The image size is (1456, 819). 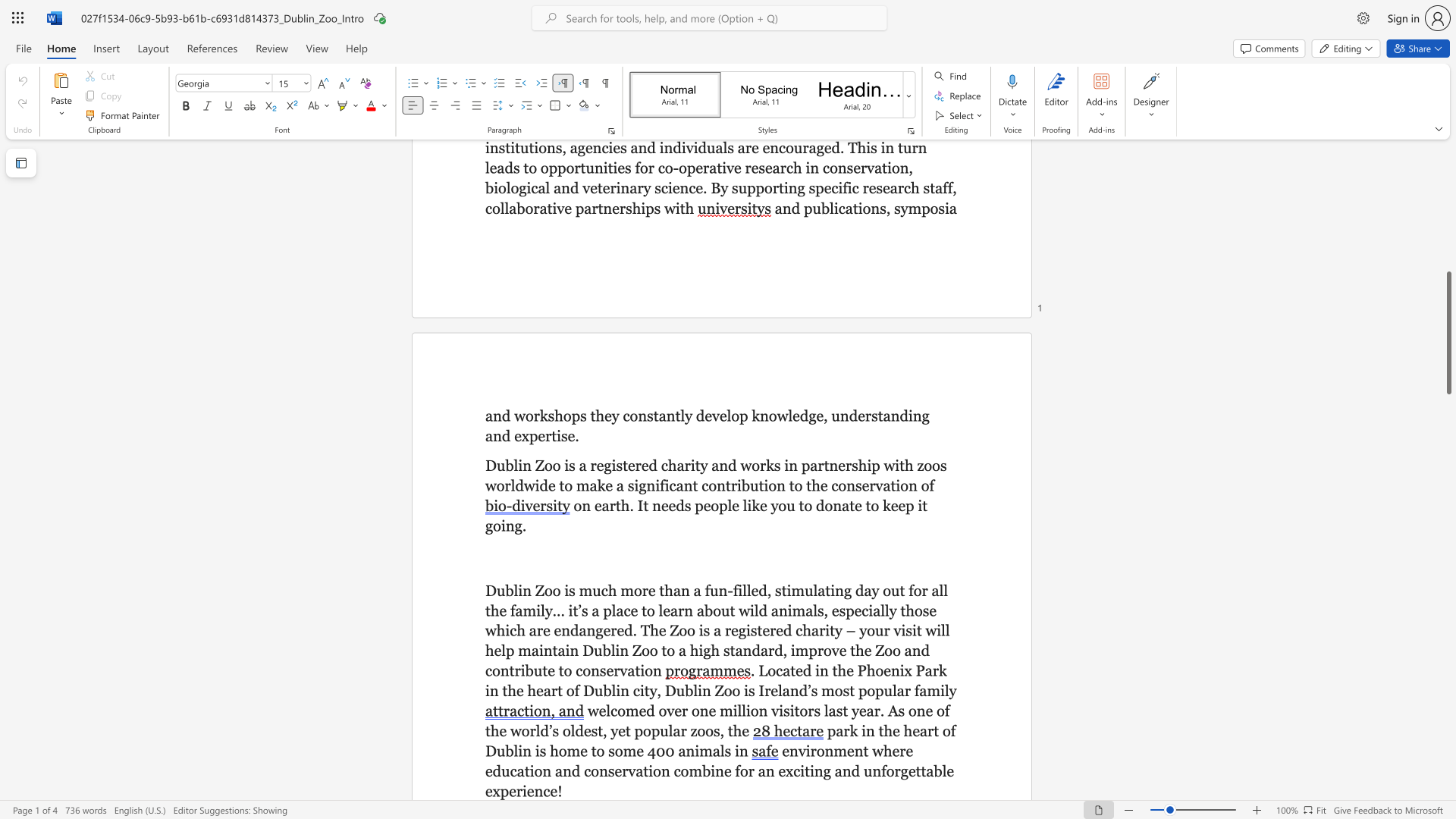 I want to click on the subset text "d conservation combine for an exciting and unforgettab" within the text "environment where education and conservation combine for an exciting and unforgettable experience!", so click(x=570, y=770).